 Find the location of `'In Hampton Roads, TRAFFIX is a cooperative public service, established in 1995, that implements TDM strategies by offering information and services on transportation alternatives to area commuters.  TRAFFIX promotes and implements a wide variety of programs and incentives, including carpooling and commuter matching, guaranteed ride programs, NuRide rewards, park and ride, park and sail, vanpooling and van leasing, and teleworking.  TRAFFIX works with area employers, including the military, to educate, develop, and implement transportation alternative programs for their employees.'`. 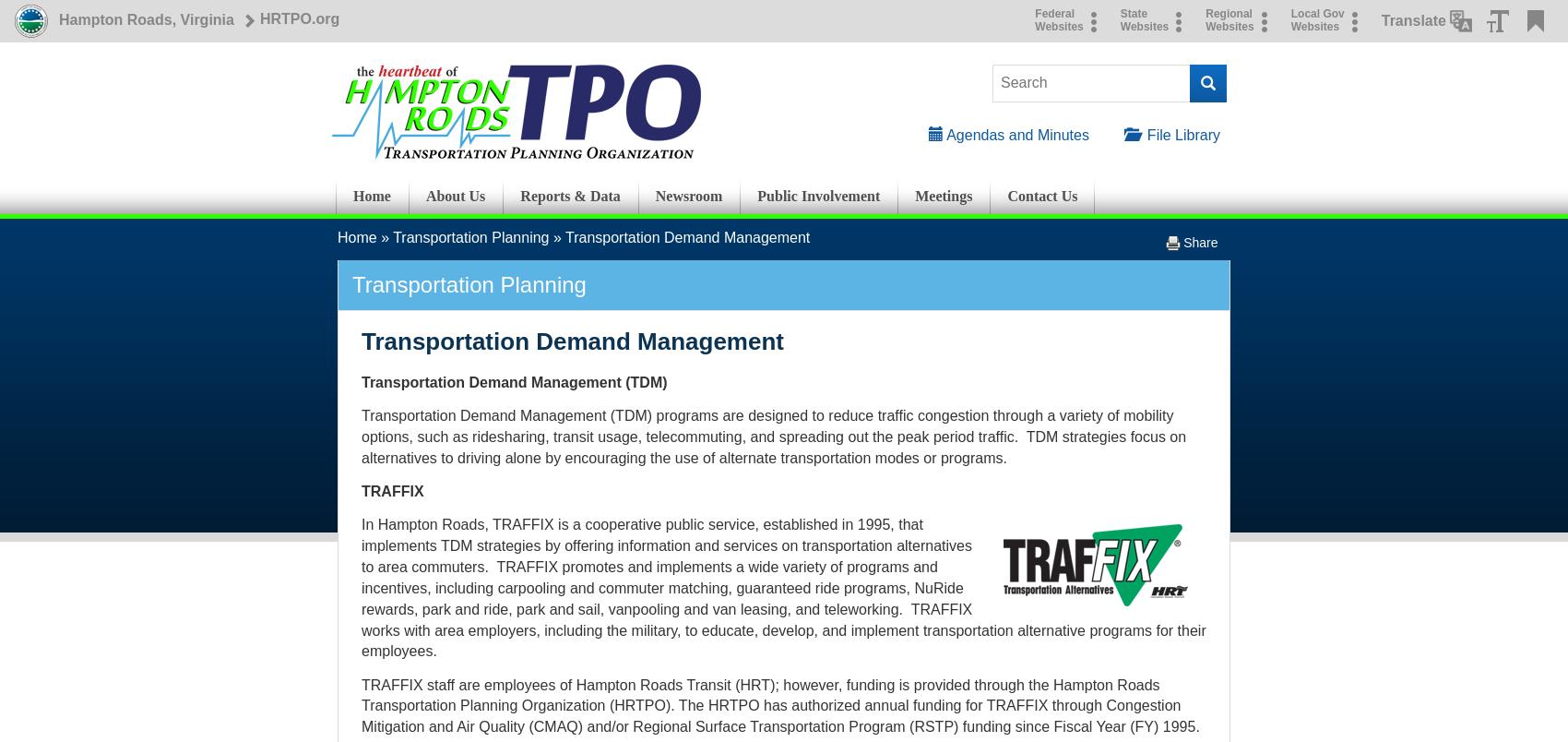

'In Hampton Roads, TRAFFIX is a cooperative public service, established in 1995, that implements TDM strategies by offering information and services on transportation alternatives to area commuters.  TRAFFIX promotes and implements a wide variety of programs and incentives, including carpooling and commuter matching, guaranteed ride programs, NuRide rewards, park and ride, park and sail, vanpooling and van leasing, and teleworking.  TRAFFIX works with area employers, including the military, to educate, develop, and implement transportation alternative programs for their employees.' is located at coordinates (361, 588).